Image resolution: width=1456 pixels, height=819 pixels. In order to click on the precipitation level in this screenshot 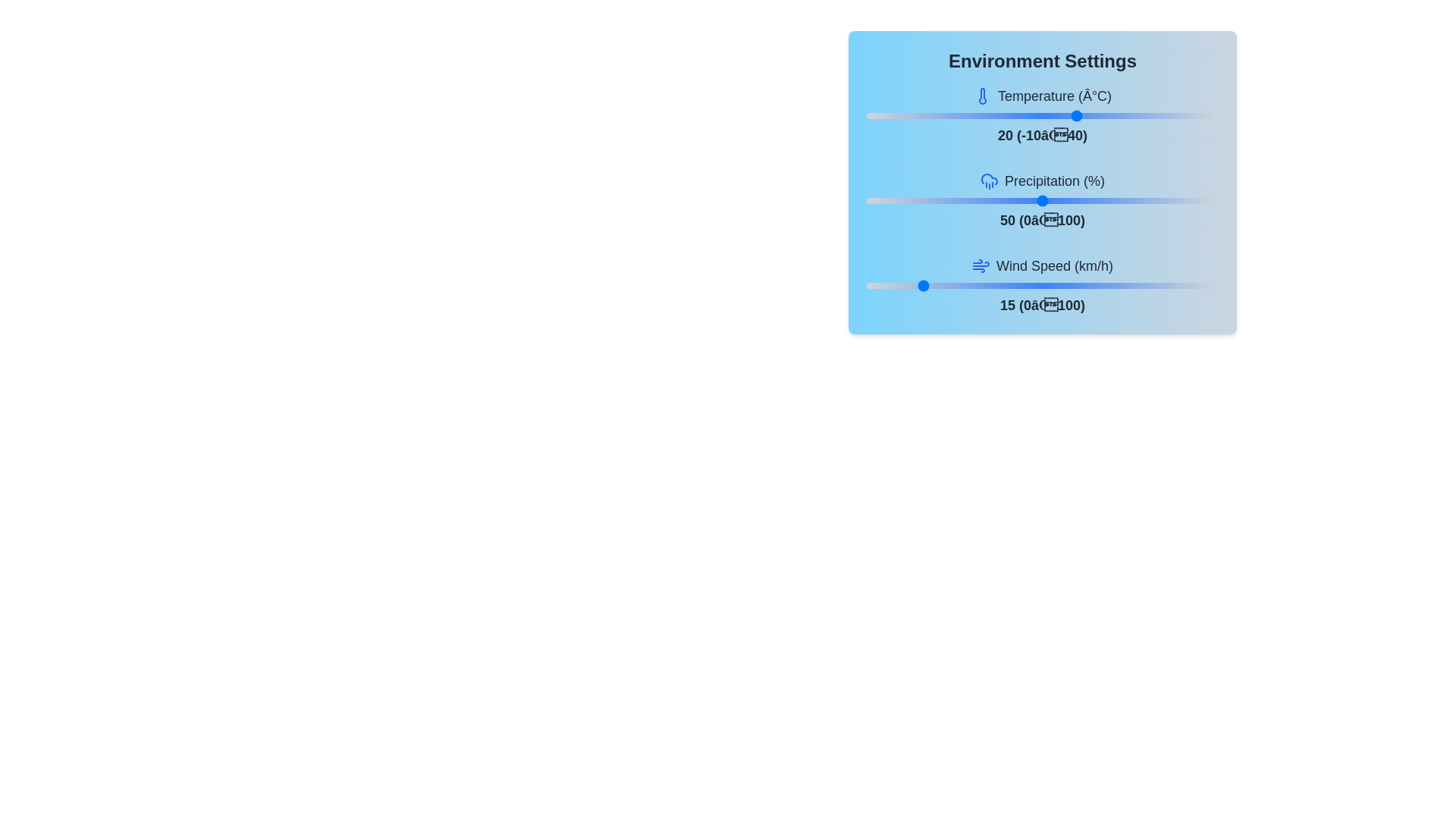, I will do `click(898, 200)`.